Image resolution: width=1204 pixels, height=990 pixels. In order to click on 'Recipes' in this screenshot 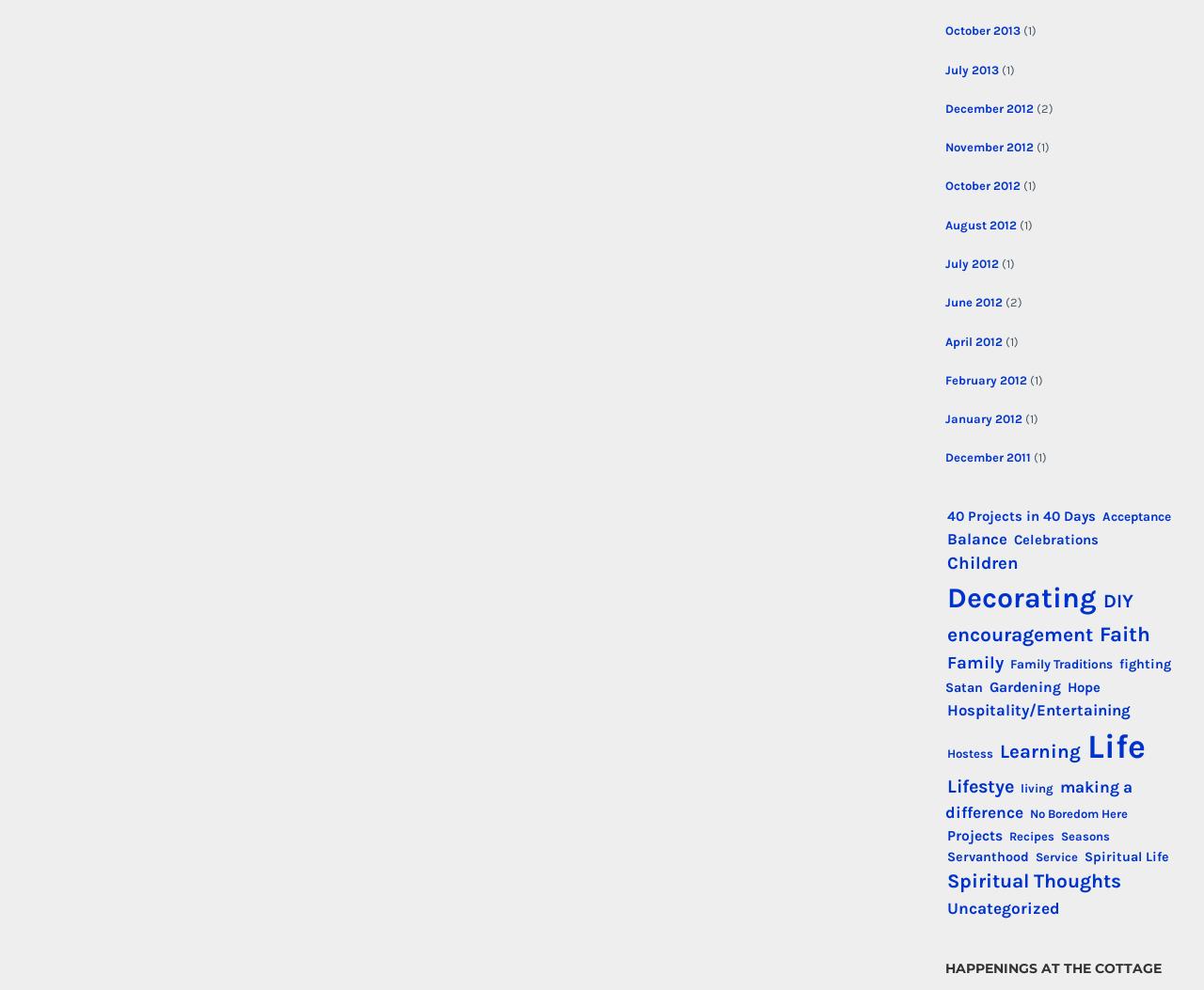, I will do `click(1029, 835)`.